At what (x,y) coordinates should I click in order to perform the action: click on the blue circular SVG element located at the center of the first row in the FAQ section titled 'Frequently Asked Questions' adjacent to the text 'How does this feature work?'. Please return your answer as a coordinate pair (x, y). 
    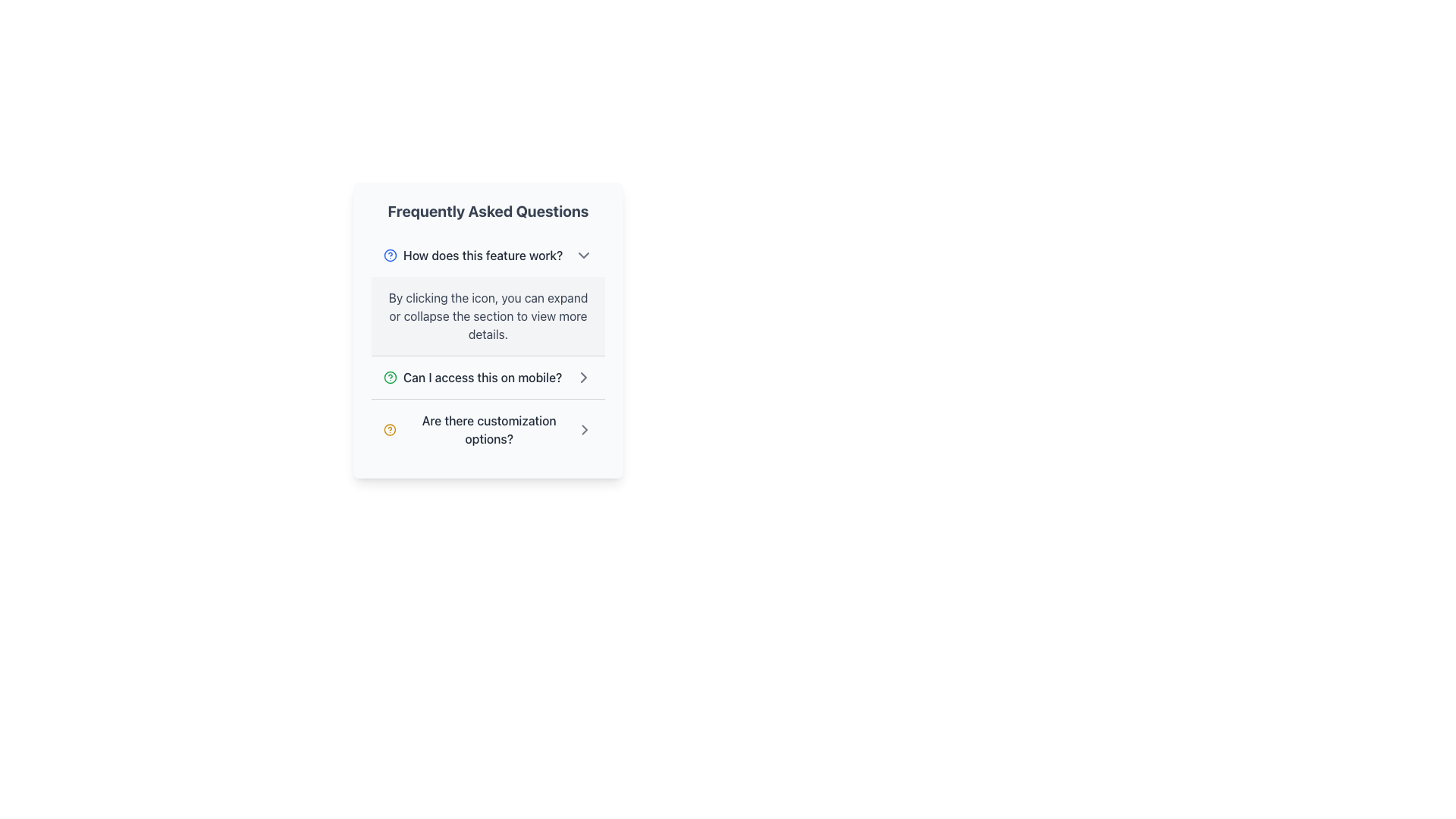
    Looking at the image, I should click on (390, 254).